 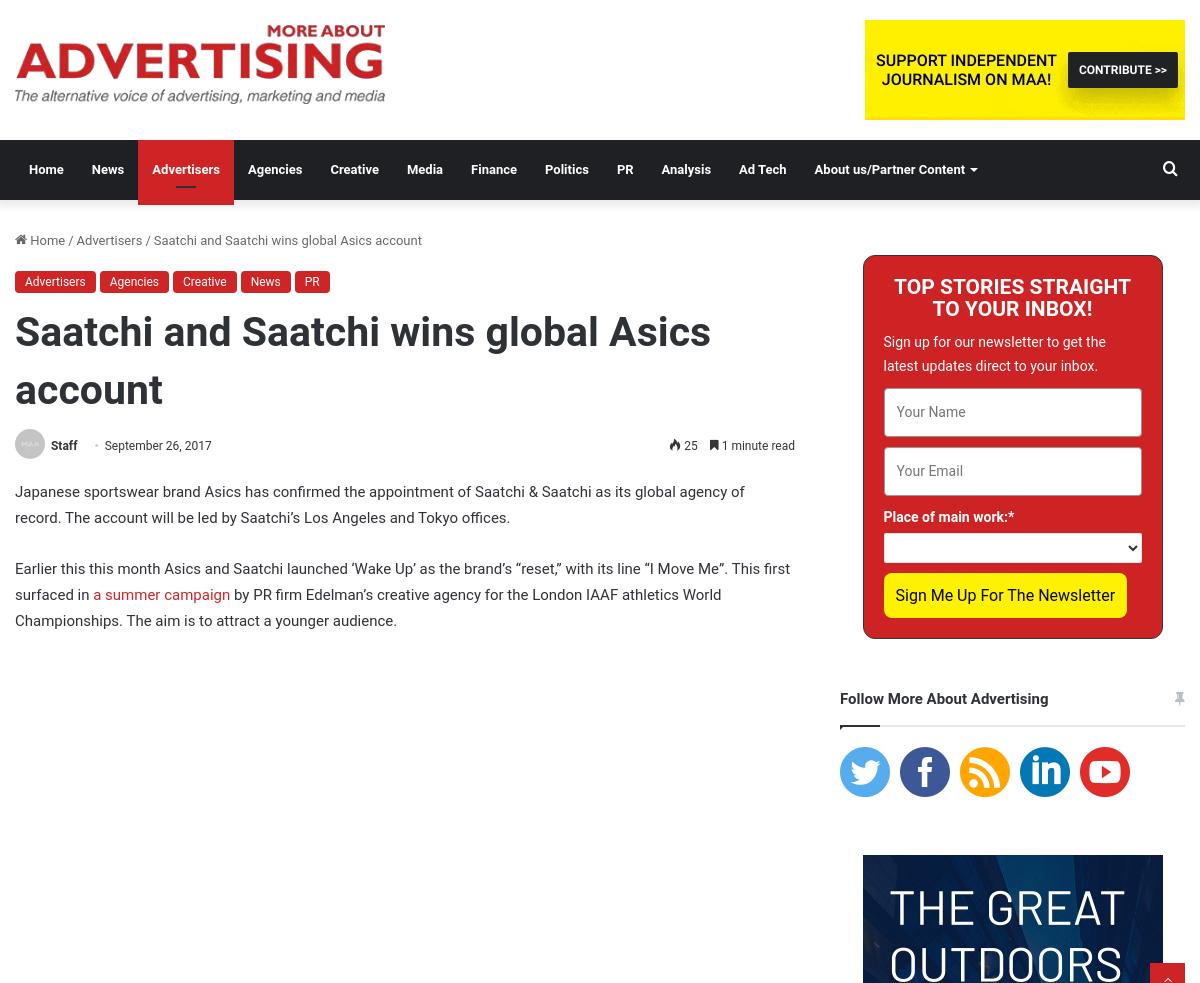 What do you see at coordinates (156, 444) in the screenshot?
I see `'September 26, 2017'` at bounding box center [156, 444].